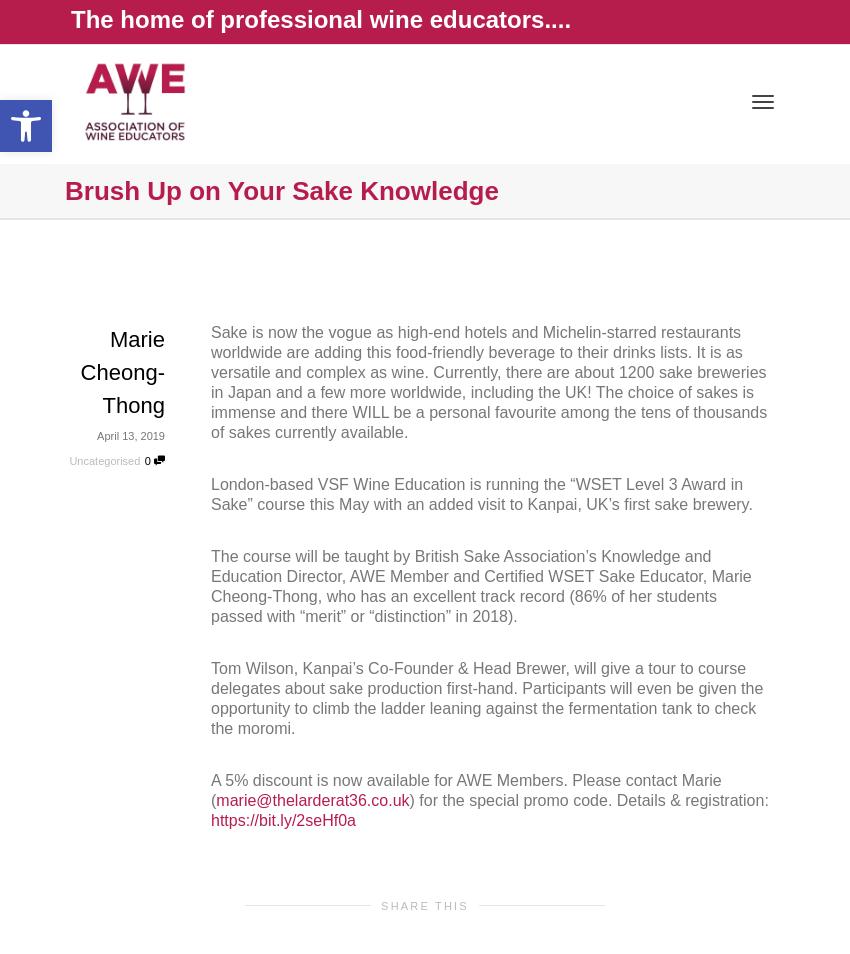 This screenshot has height=954, width=850. I want to click on 'Marie Cheong-Thong', so click(121, 372).